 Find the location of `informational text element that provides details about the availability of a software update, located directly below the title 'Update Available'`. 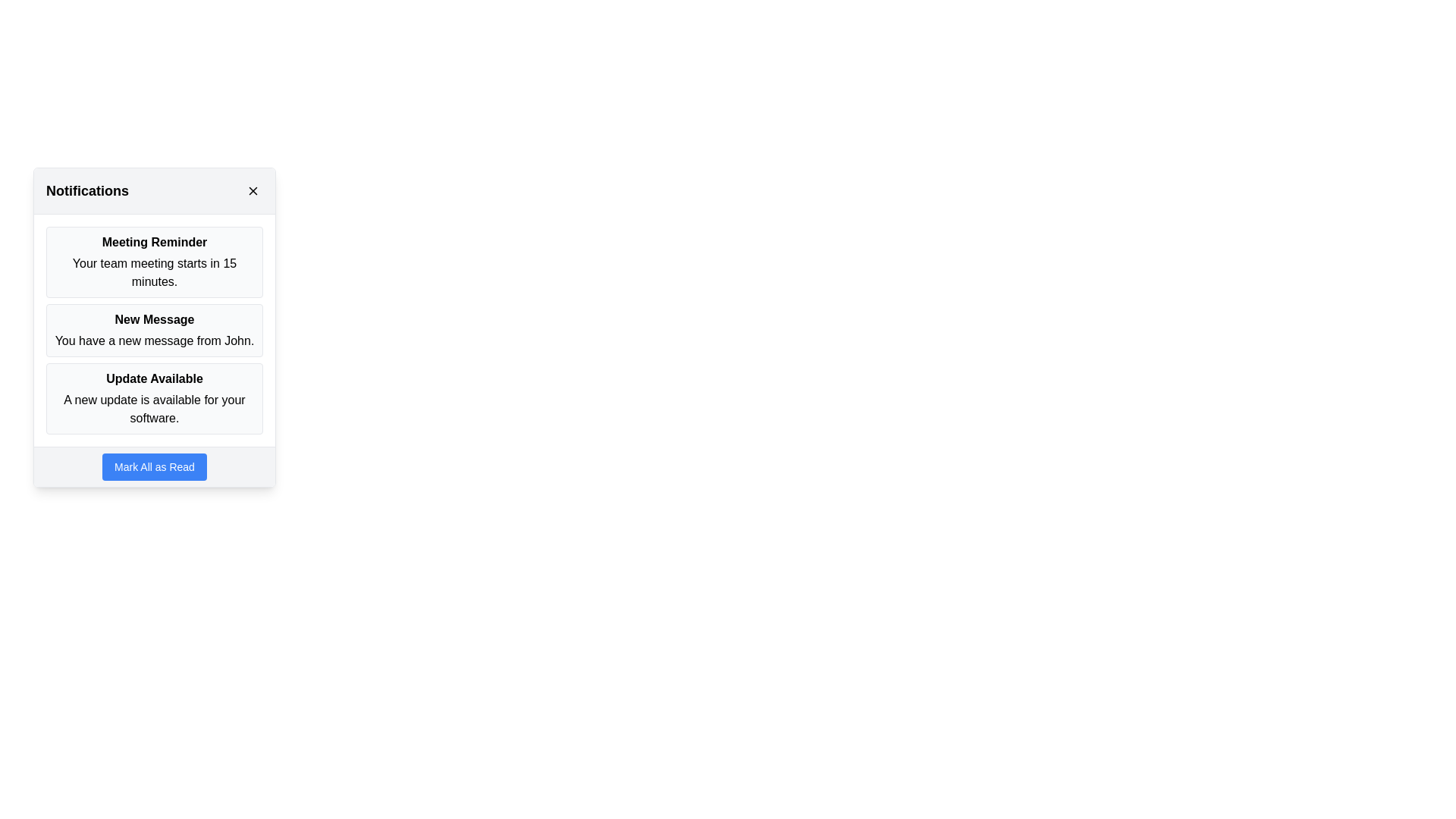

informational text element that provides details about the availability of a software update, located directly below the title 'Update Available' is located at coordinates (154, 409).